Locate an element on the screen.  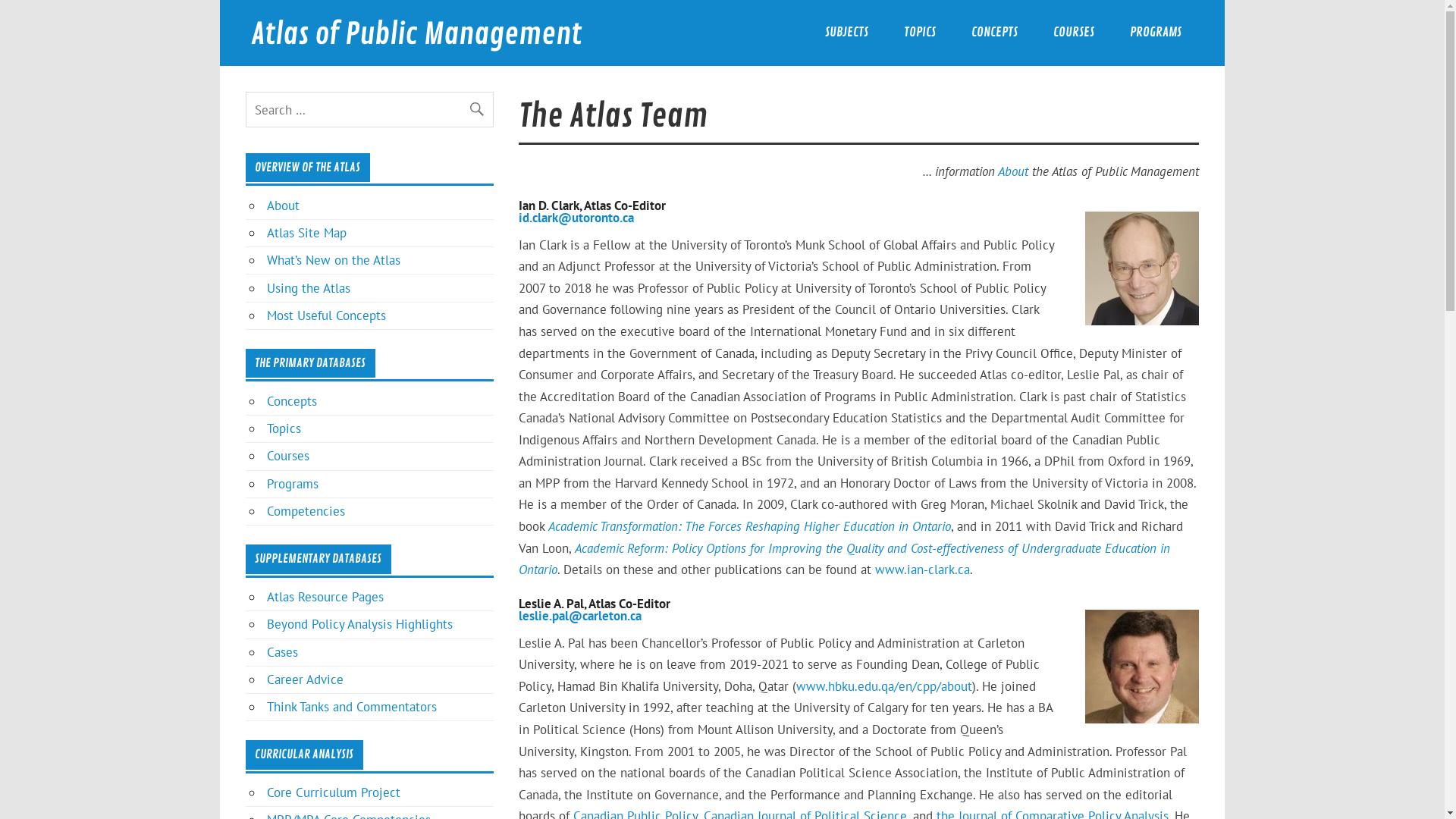
'Concepts' is located at coordinates (291, 400).